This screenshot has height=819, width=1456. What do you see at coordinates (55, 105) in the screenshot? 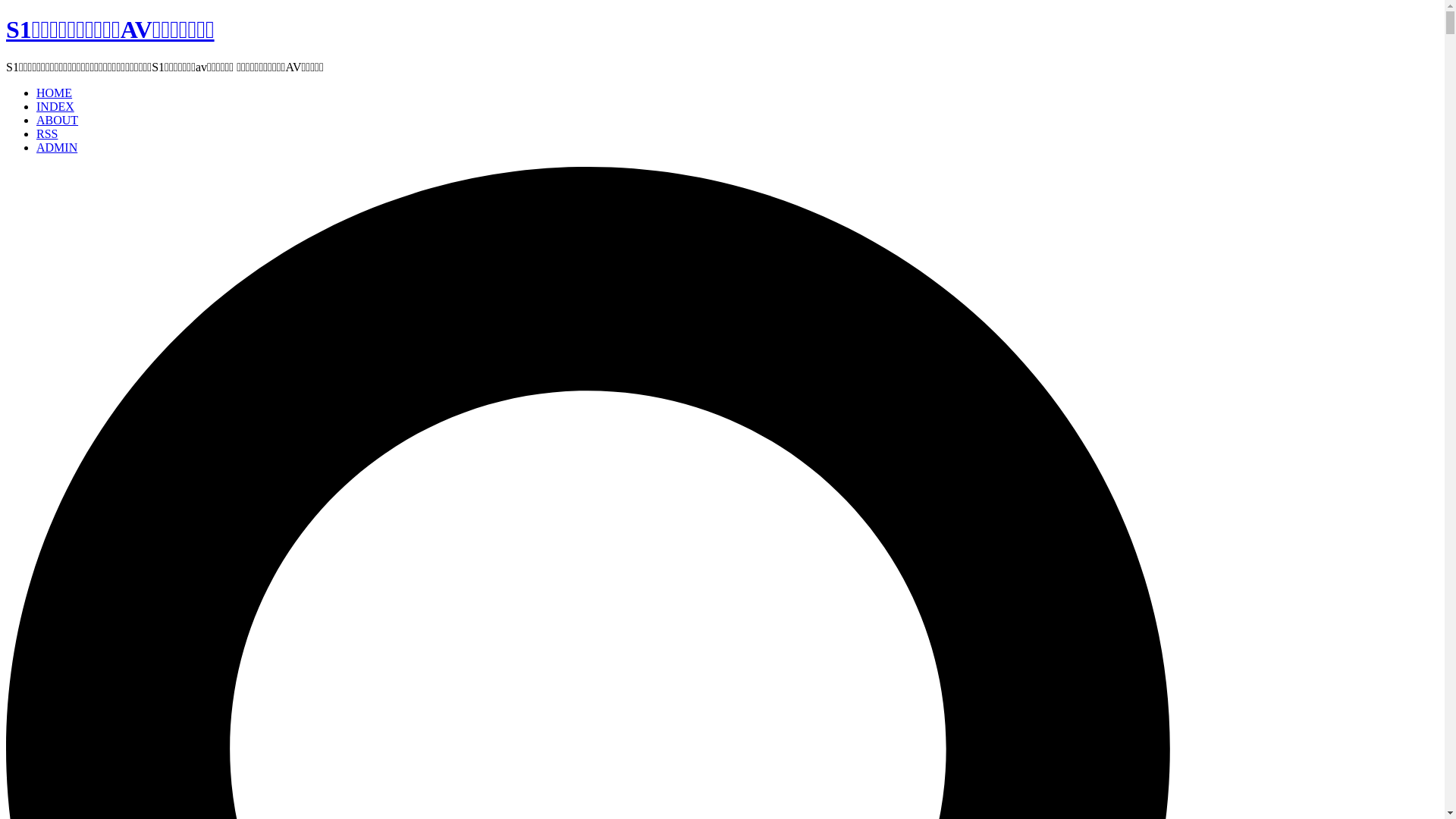
I see `'INDEX'` at bounding box center [55, 105].